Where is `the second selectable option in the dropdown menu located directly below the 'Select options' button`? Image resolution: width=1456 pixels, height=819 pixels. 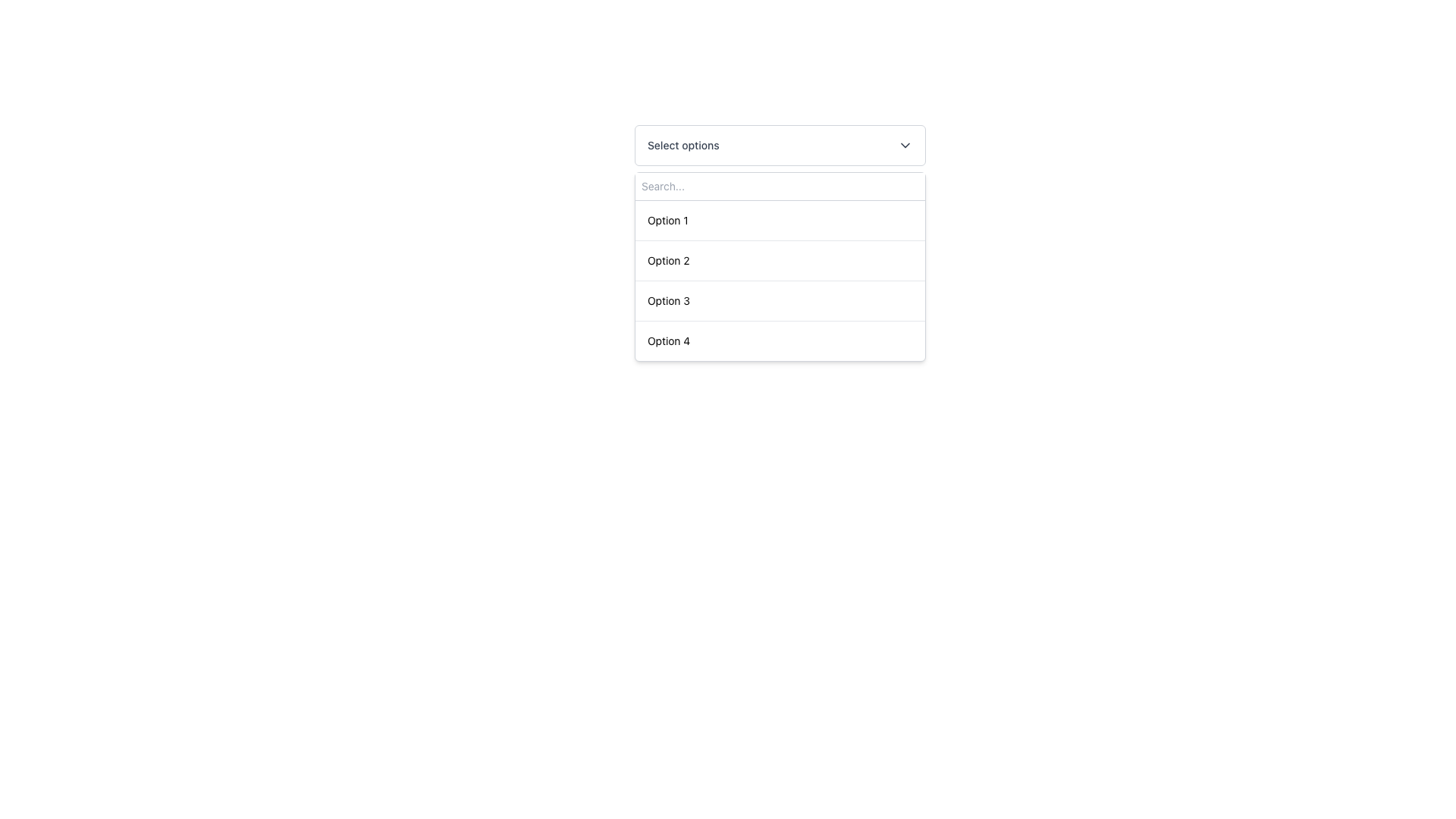 the second selectable option in the dropdown menu located directly below the 'Select options' button is located at coordinates (780, 265).